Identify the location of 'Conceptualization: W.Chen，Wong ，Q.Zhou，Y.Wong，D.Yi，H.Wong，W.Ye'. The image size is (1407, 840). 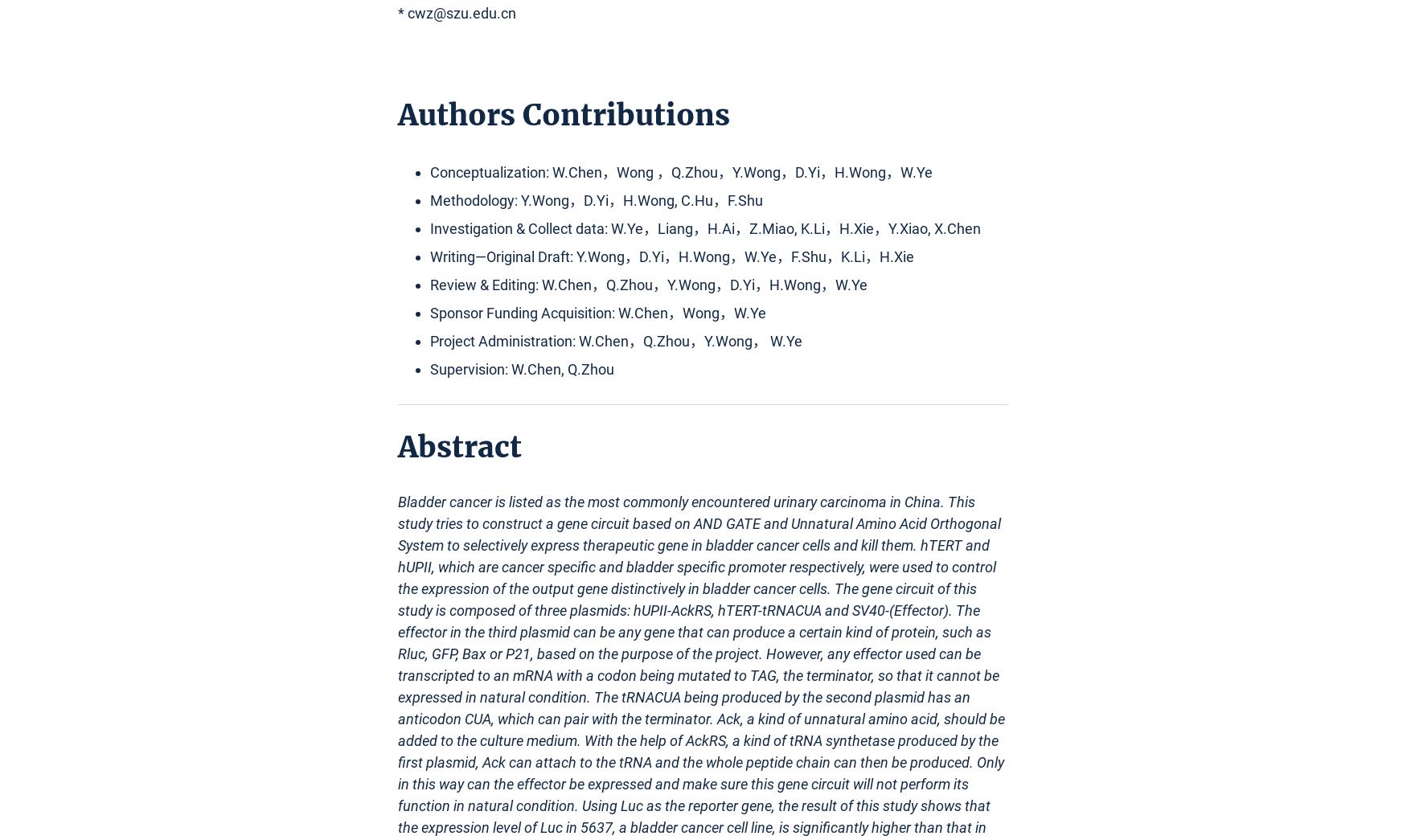
(681, 172).